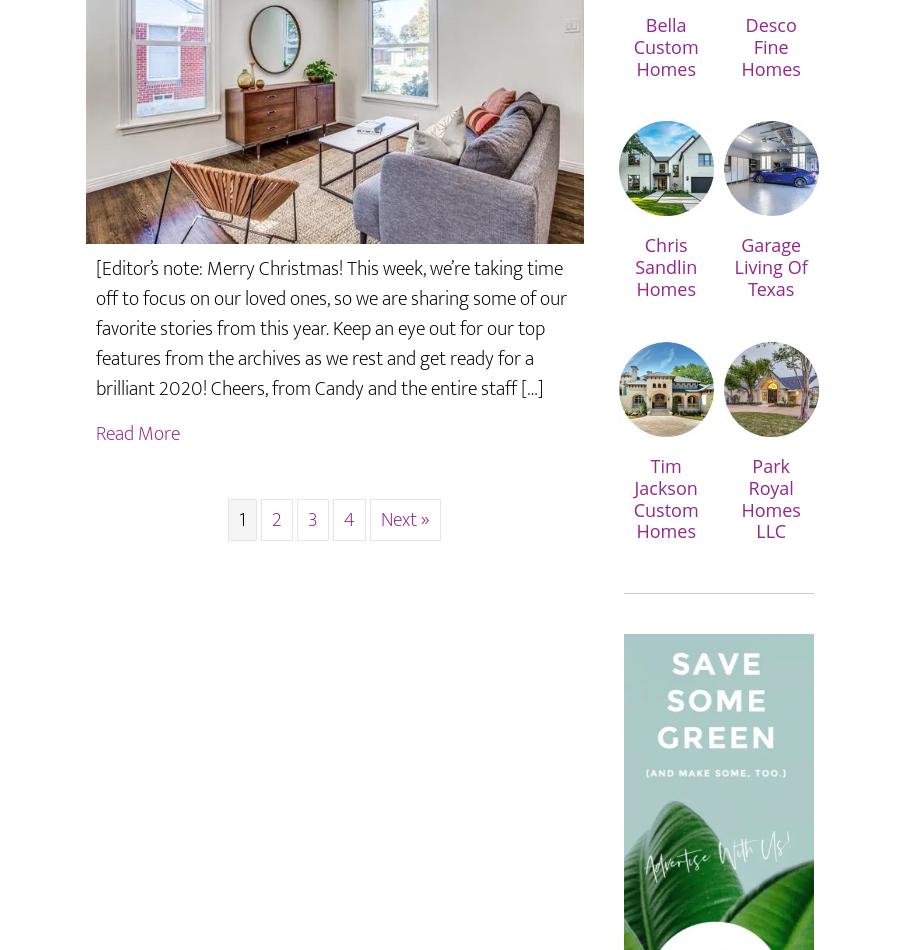 The image size is (910, 950). Describe the element at coordinates (770, 46) in the screenshot. I see `'Desco Fine Homes'` at that location.